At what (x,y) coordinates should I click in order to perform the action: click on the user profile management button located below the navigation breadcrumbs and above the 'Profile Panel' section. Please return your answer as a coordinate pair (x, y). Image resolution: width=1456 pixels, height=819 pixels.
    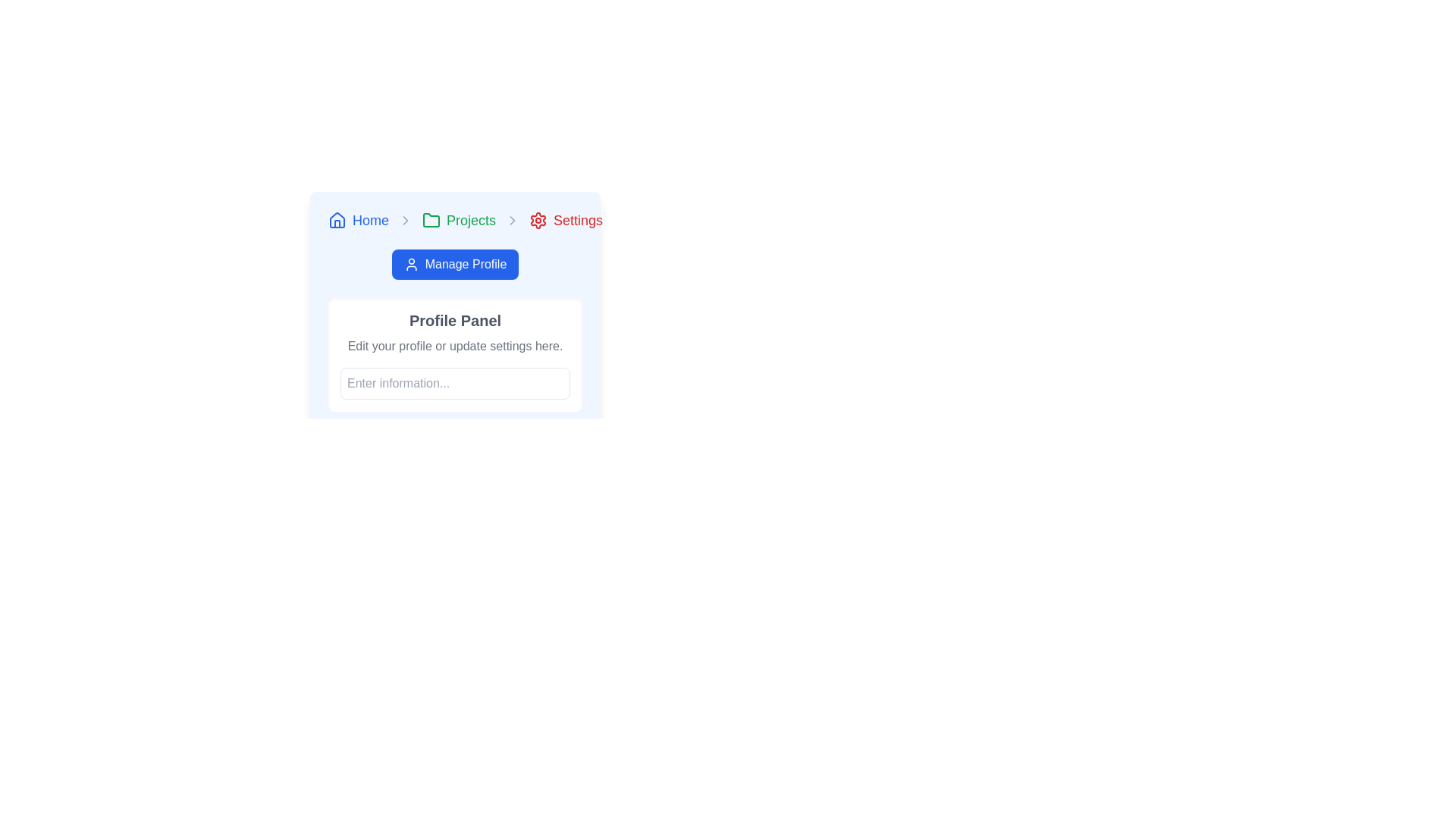
    Looking at the image, I should click on (454, 263).